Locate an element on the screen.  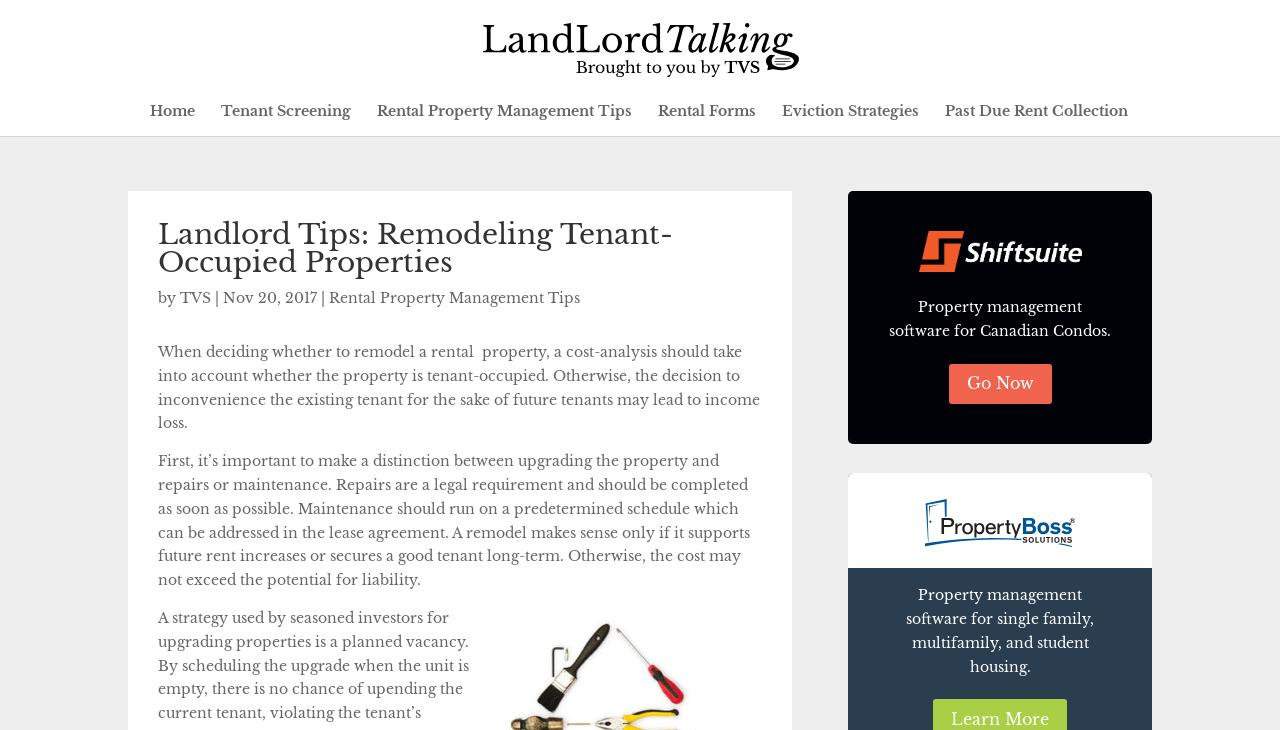
'Property management software for Canadian Condos.' is located at coordinates (999, 317).